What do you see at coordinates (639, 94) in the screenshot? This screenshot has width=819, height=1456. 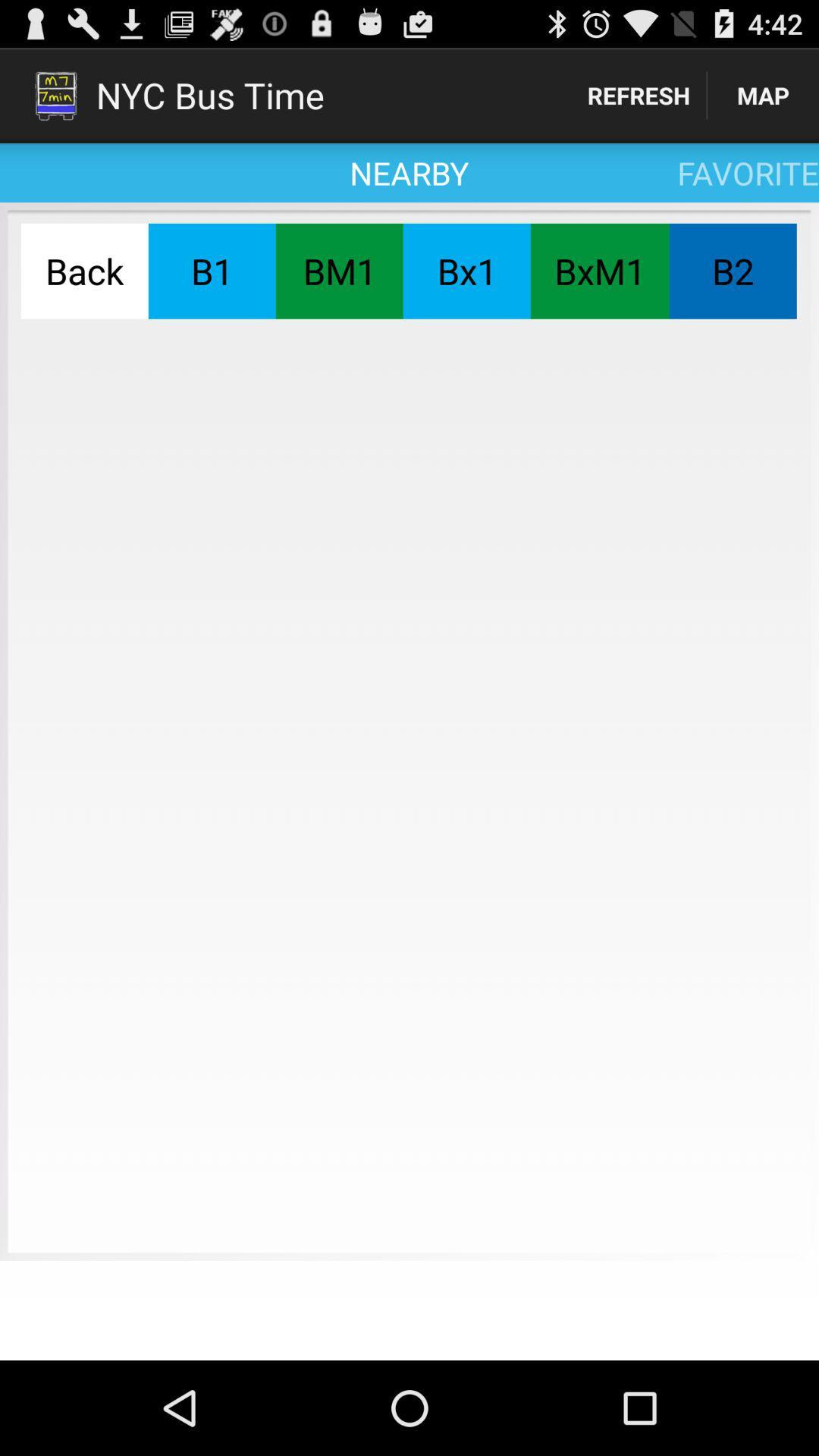 I see `the app next to the nearby app` at bounding box center [639, 94].